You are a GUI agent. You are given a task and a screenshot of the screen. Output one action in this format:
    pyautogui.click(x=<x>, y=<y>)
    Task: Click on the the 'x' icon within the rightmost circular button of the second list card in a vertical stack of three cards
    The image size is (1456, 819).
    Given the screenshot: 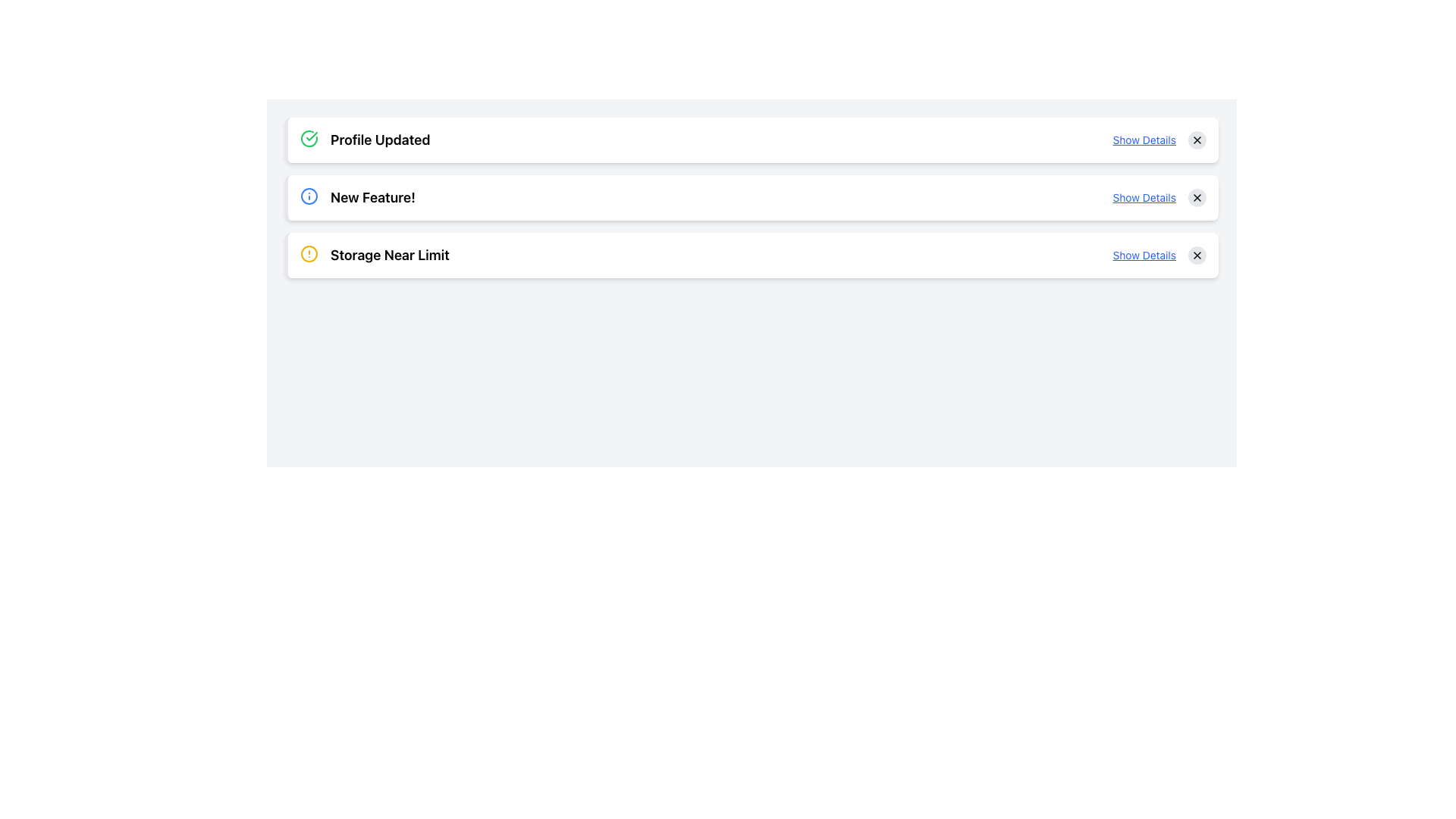 What is the action you would take?
    pyautogui.click(x=1197, y=197)
    